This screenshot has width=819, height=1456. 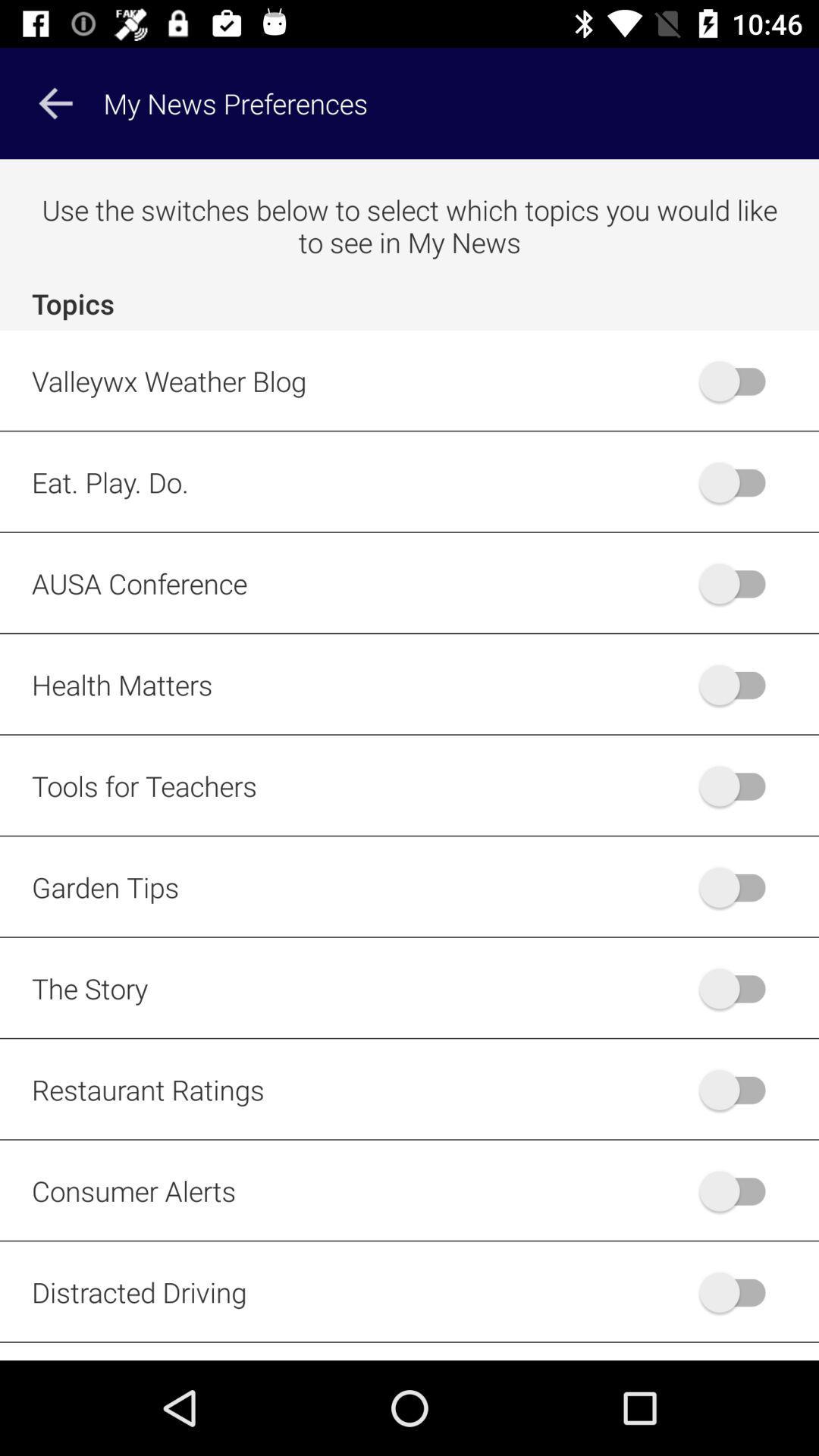 I want to click on choose topic, so click(x=739, y=1291).